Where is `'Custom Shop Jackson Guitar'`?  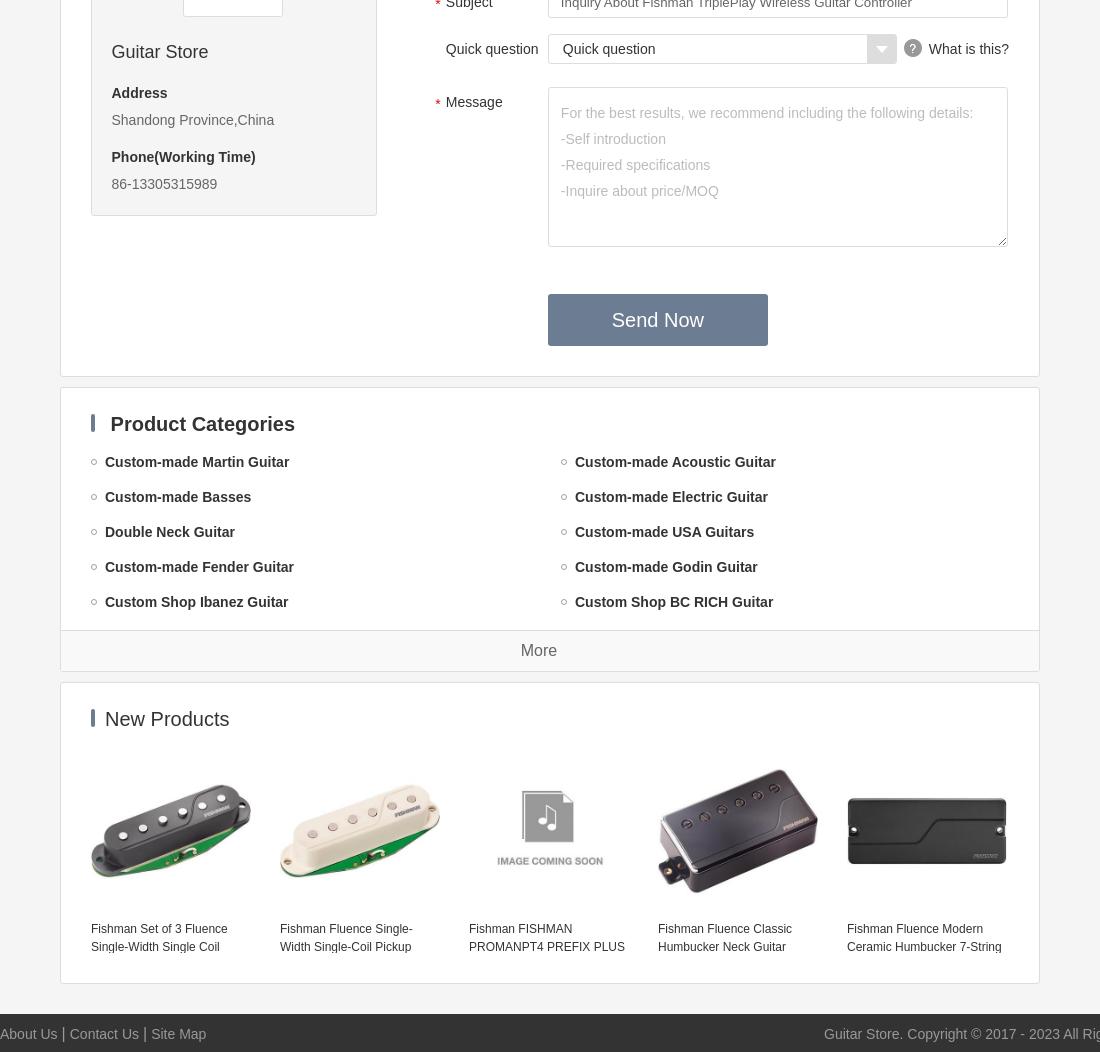
'Custom Shop Jackson Guitar' is located at coordinates (201, 812).